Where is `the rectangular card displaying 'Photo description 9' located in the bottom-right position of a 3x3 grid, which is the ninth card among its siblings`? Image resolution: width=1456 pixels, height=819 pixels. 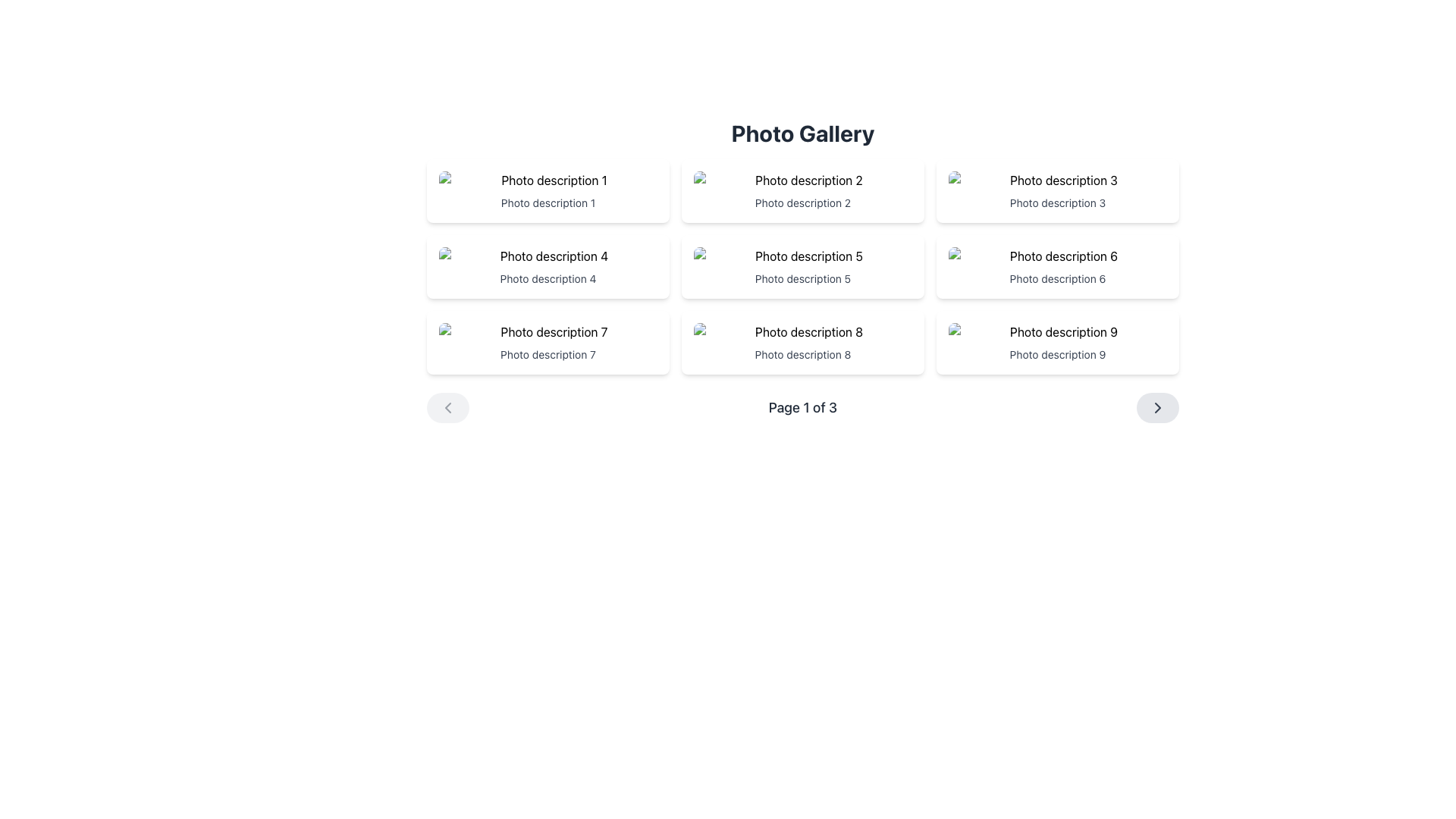
the rectangular card displaying 'Photo description 9' located in the bottom-right position of a 3x3 grid, which is the ninth card among its siblings is located at coordinates (1057, 342).